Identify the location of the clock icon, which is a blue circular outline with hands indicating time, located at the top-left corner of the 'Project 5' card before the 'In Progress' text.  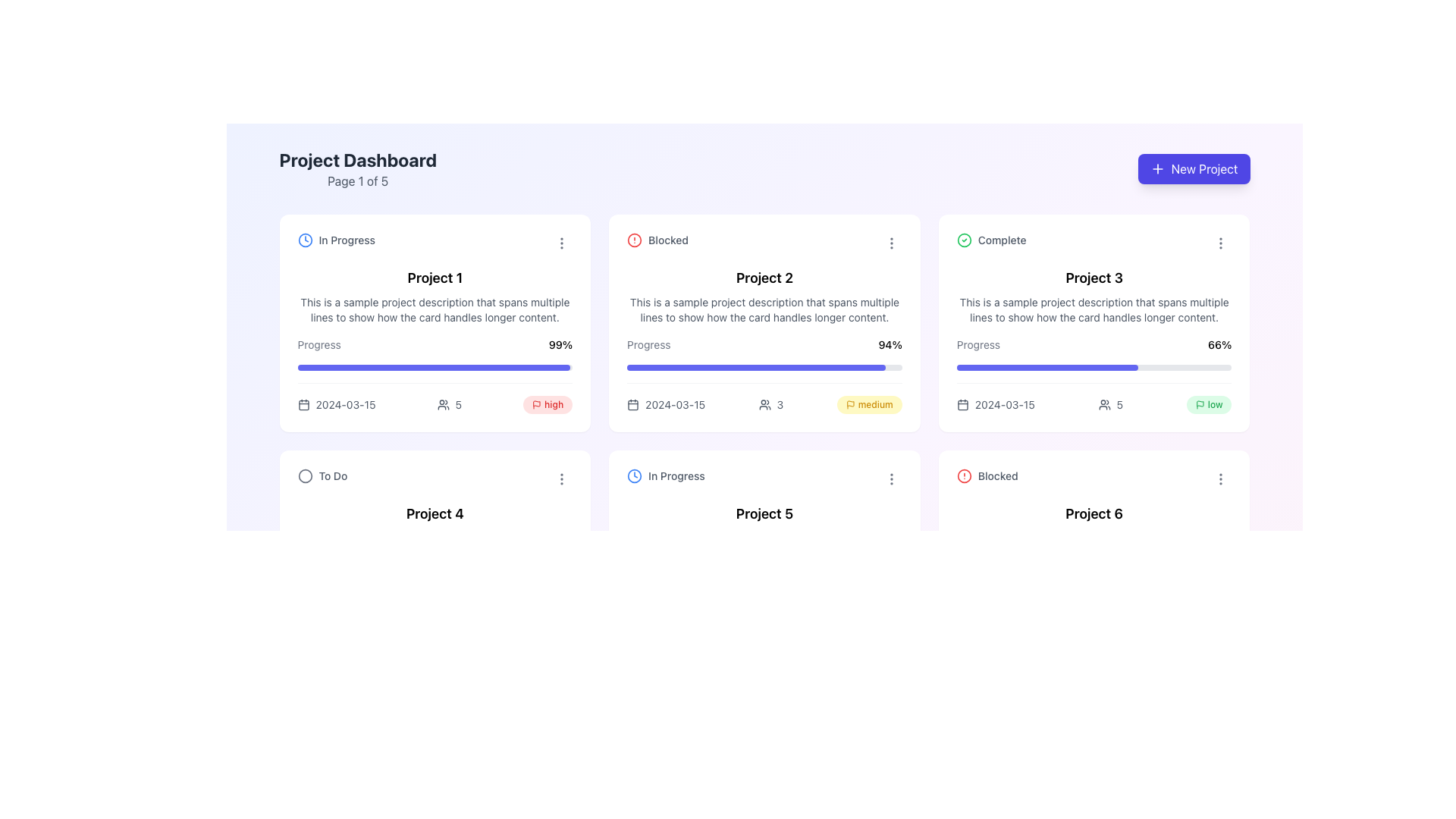
(635, 475).